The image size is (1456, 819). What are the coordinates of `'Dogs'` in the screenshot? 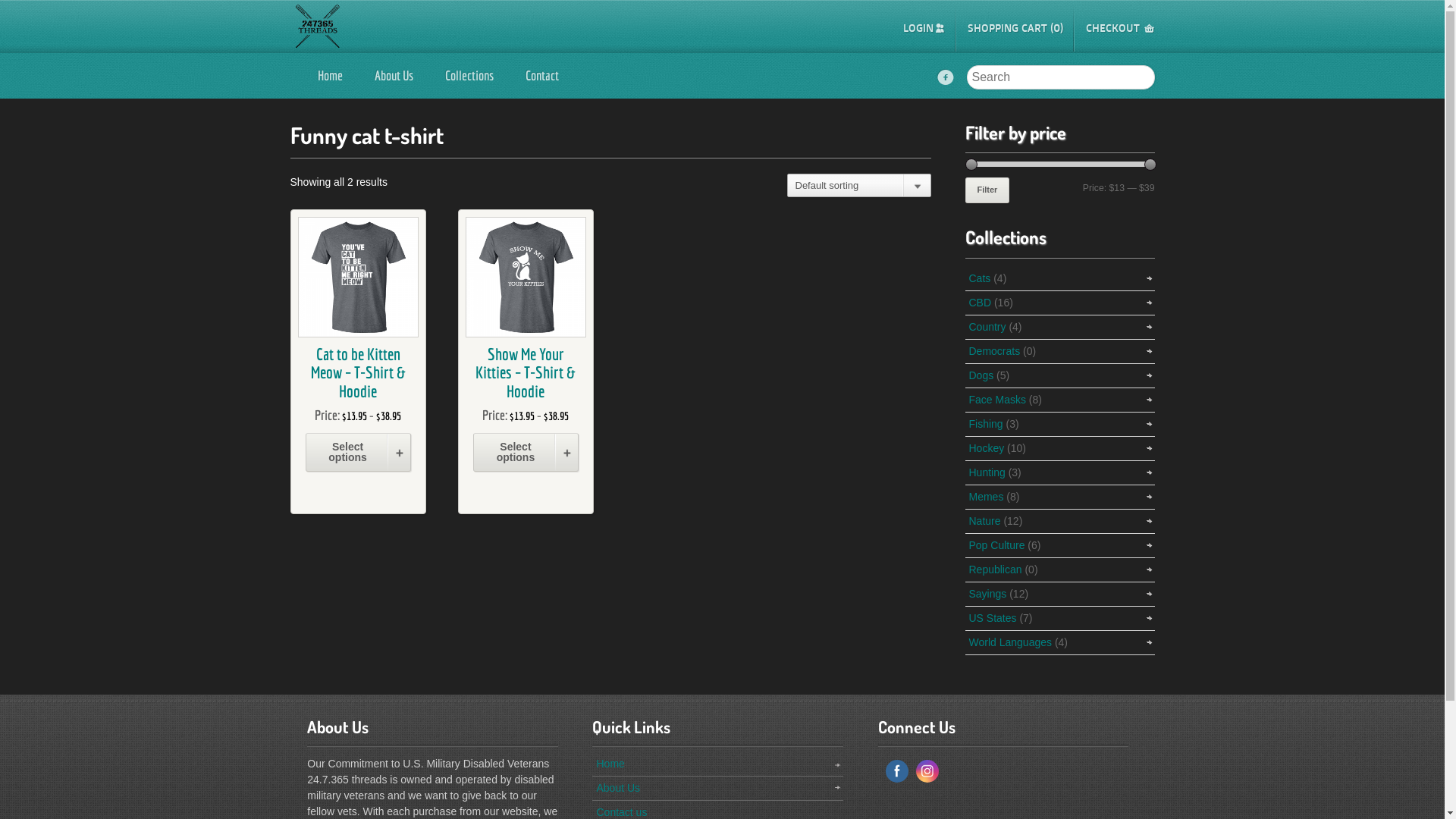 It's located at (981, 375).